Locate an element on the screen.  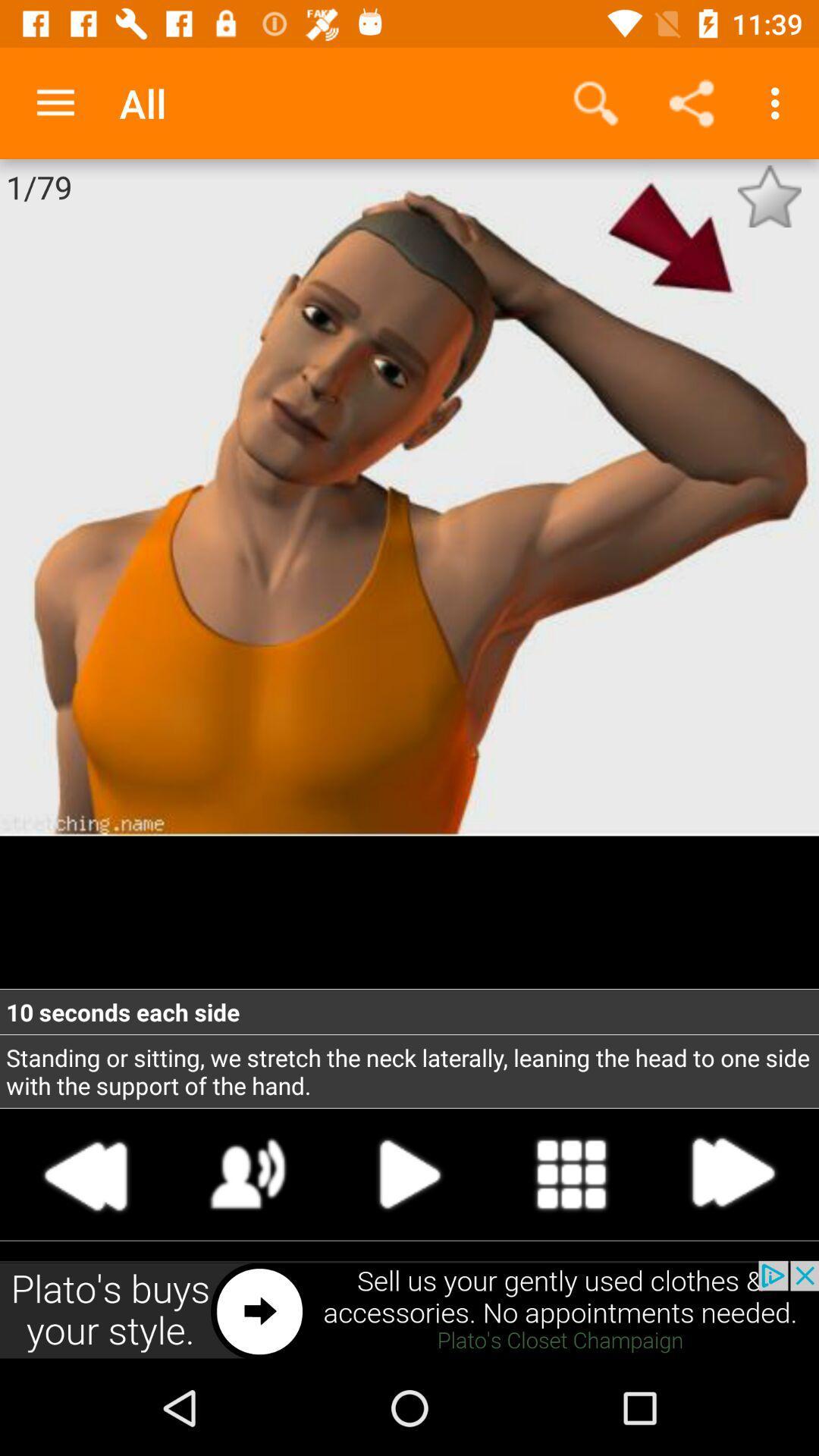
save is located at coordinates (769, 196).